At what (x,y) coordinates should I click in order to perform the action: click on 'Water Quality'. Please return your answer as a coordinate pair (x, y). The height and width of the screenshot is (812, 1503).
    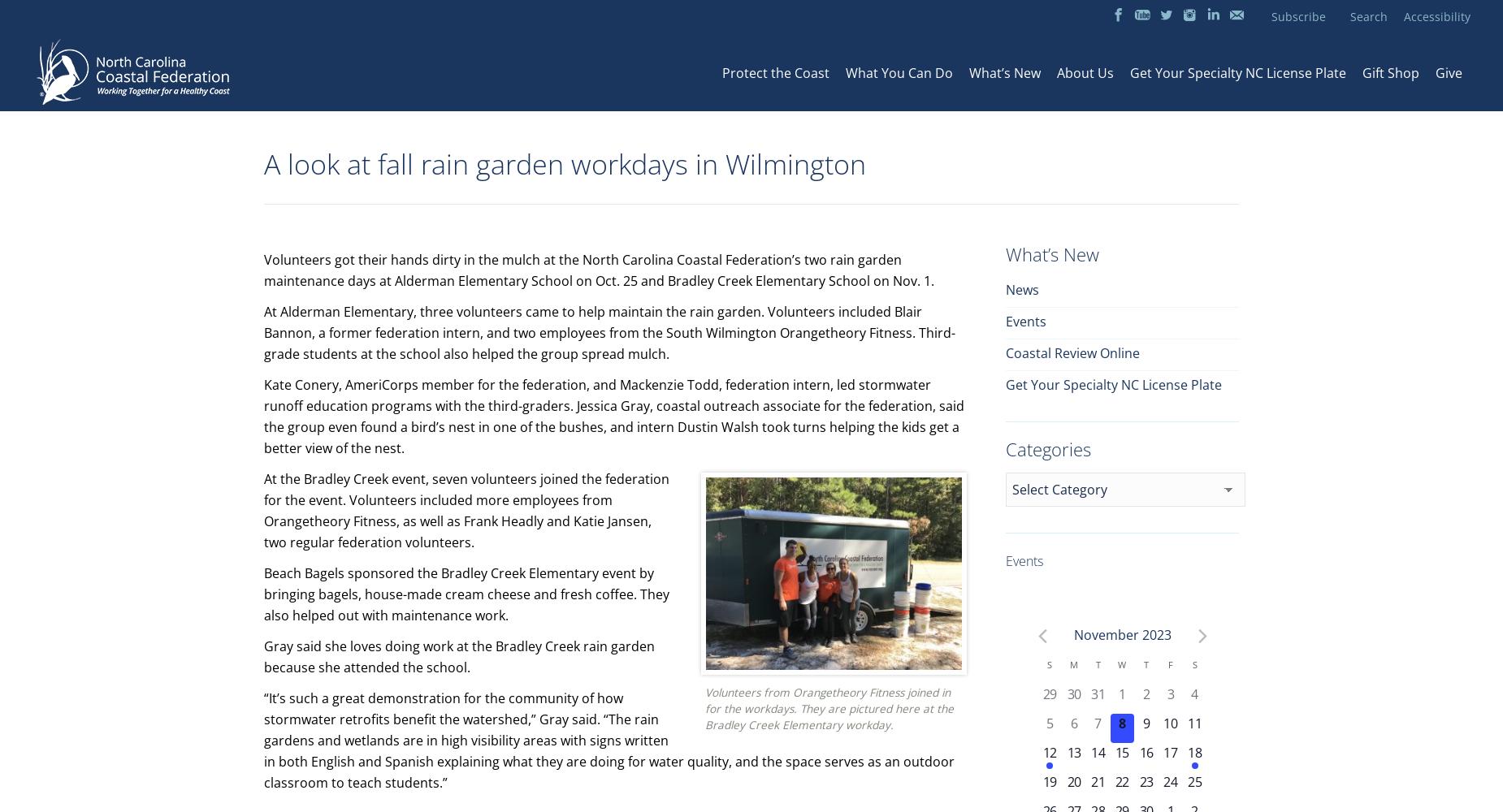
    Looking at the image, I should click on (964, 104).